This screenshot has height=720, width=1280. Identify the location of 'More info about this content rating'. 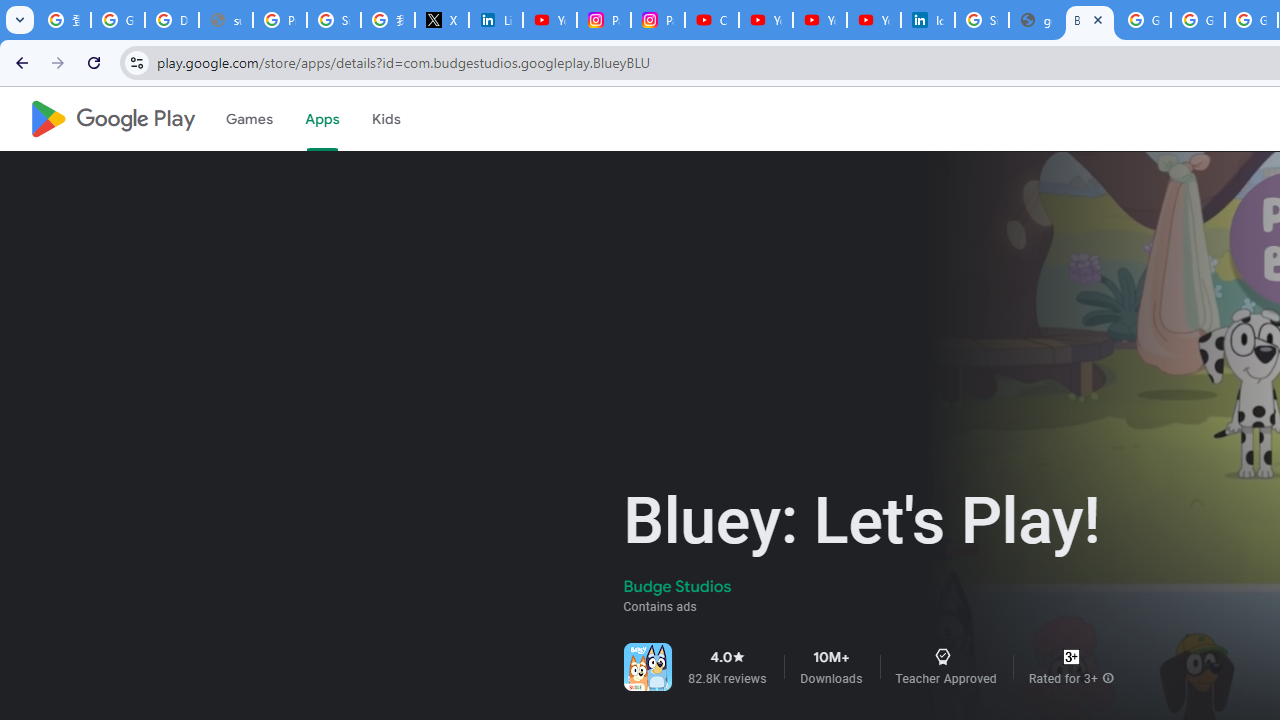
(1107, 677).